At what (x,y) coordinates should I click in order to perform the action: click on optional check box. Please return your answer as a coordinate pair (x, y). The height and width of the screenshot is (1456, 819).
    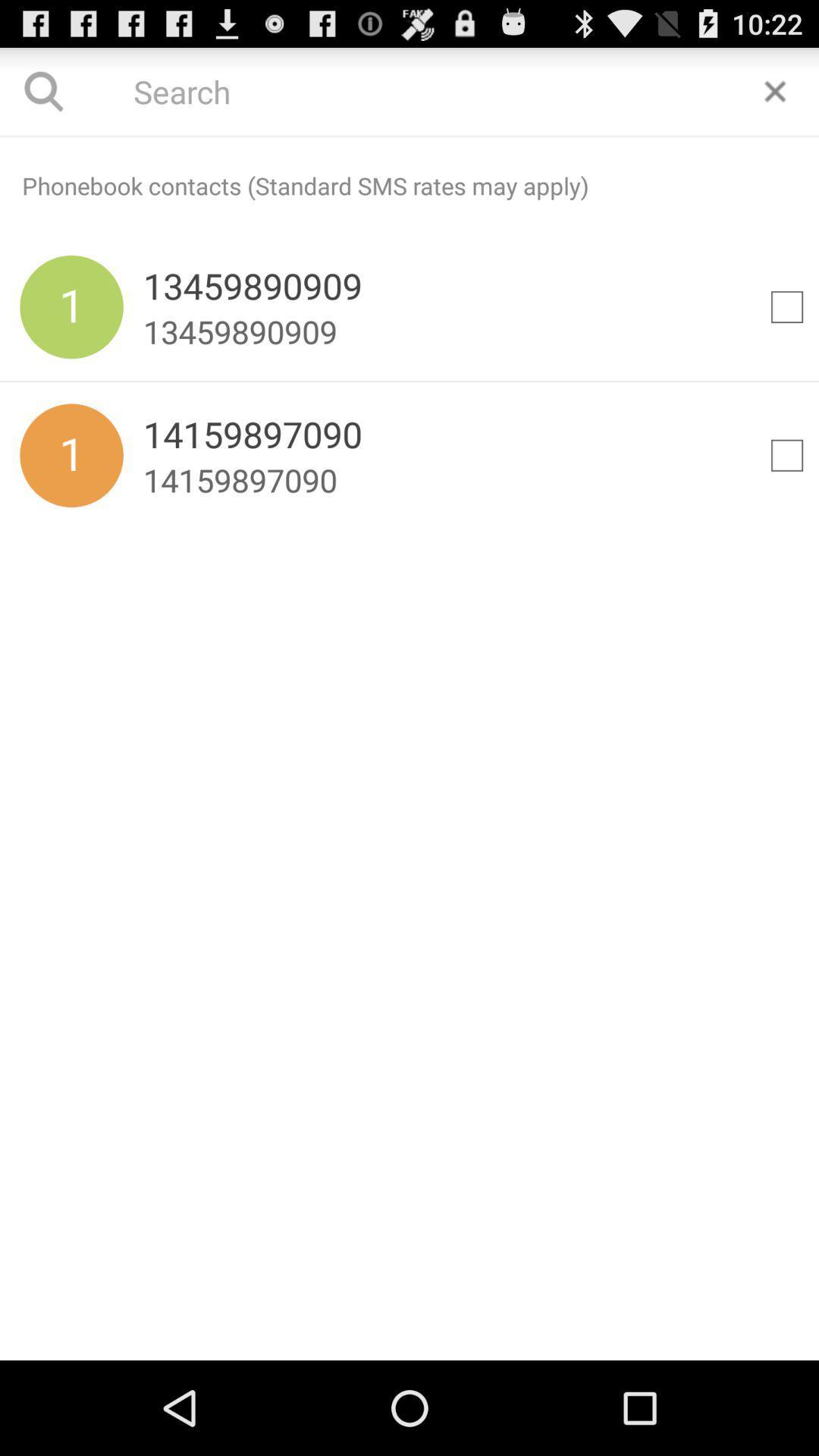
    Looking at the image, I should click on (786, 306).